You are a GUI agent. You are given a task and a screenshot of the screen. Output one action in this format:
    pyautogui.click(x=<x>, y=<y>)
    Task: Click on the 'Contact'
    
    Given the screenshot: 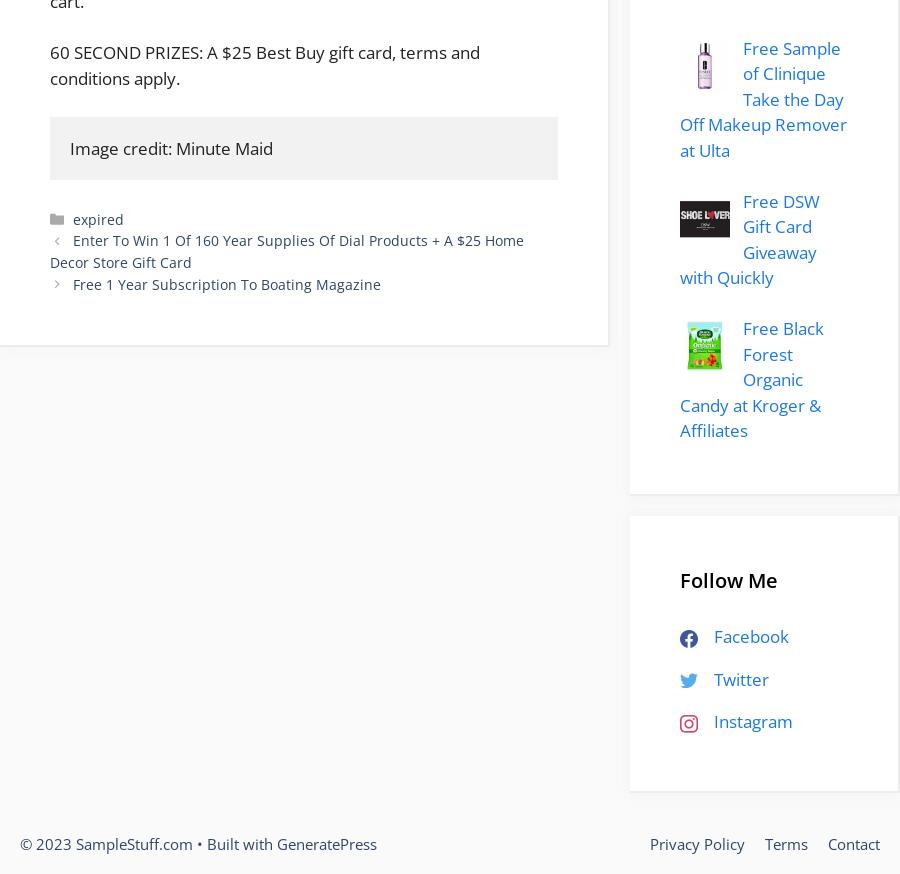 What is the action you would take?
    pyautogui.click(x=828, y=842)
    